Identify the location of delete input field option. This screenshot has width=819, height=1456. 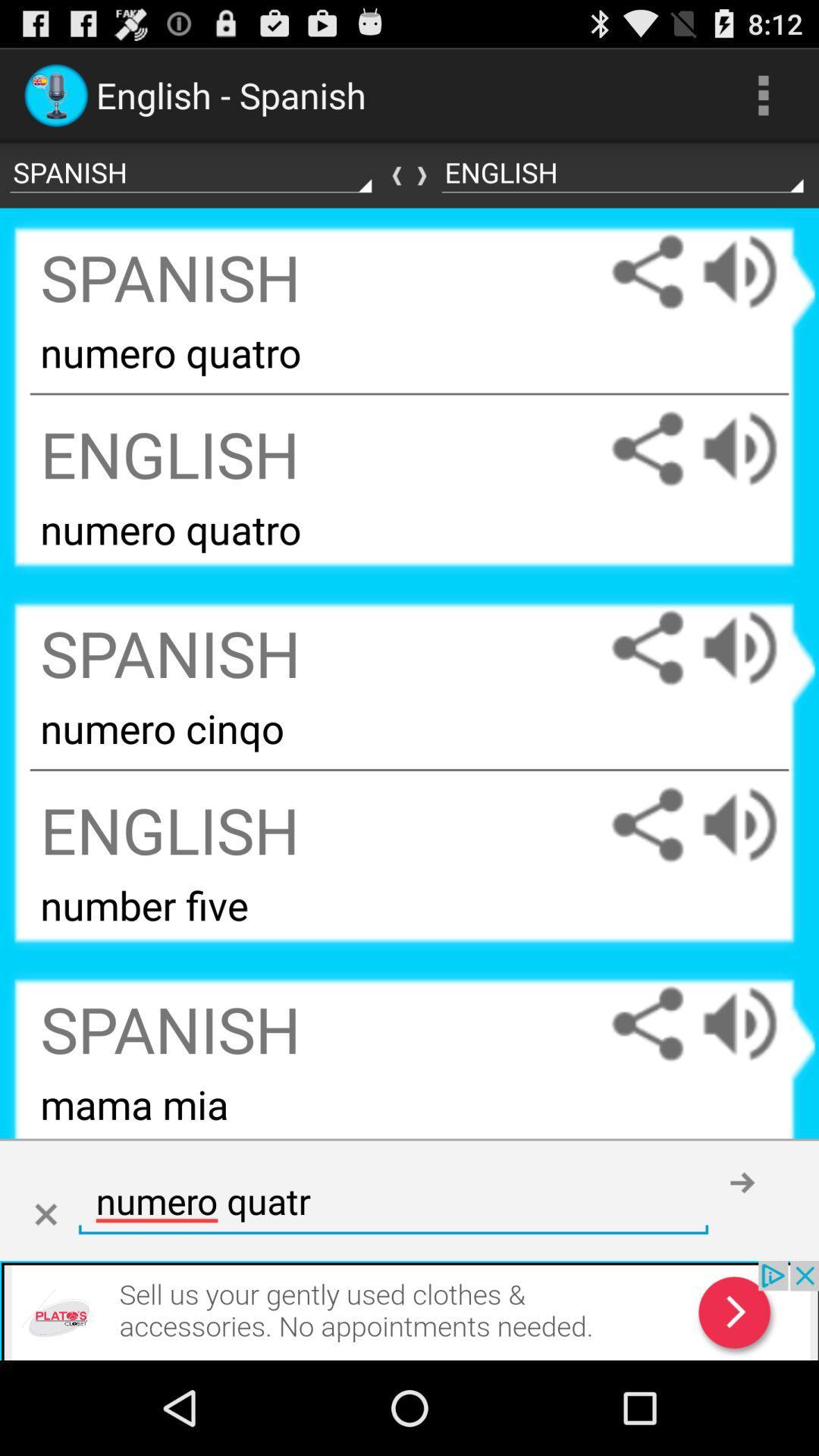
(45, 1215).